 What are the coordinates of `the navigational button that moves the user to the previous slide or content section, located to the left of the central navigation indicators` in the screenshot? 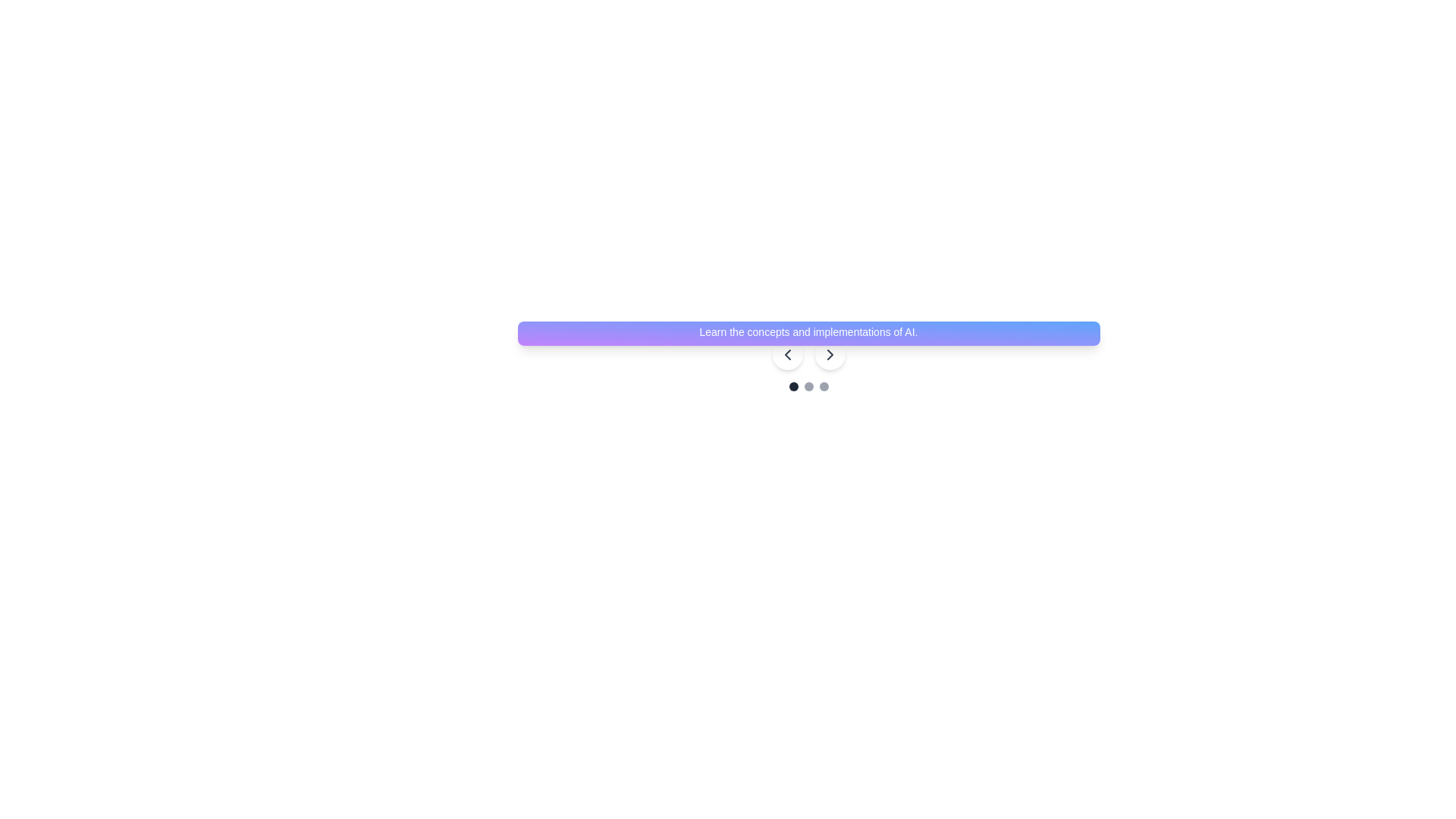 It's located at (787, 354).